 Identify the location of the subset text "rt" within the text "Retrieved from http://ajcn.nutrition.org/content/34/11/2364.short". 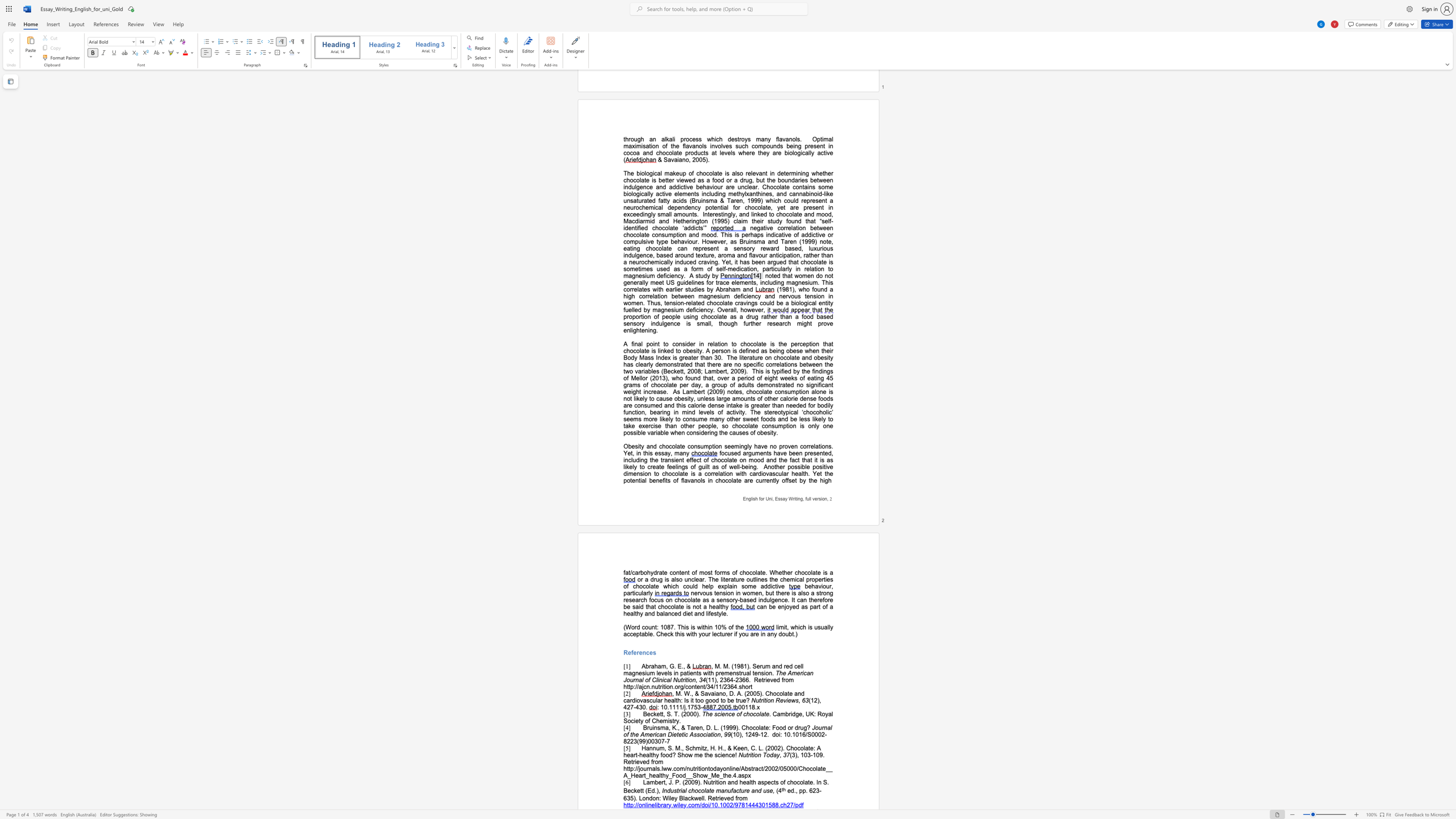
(748, 687).